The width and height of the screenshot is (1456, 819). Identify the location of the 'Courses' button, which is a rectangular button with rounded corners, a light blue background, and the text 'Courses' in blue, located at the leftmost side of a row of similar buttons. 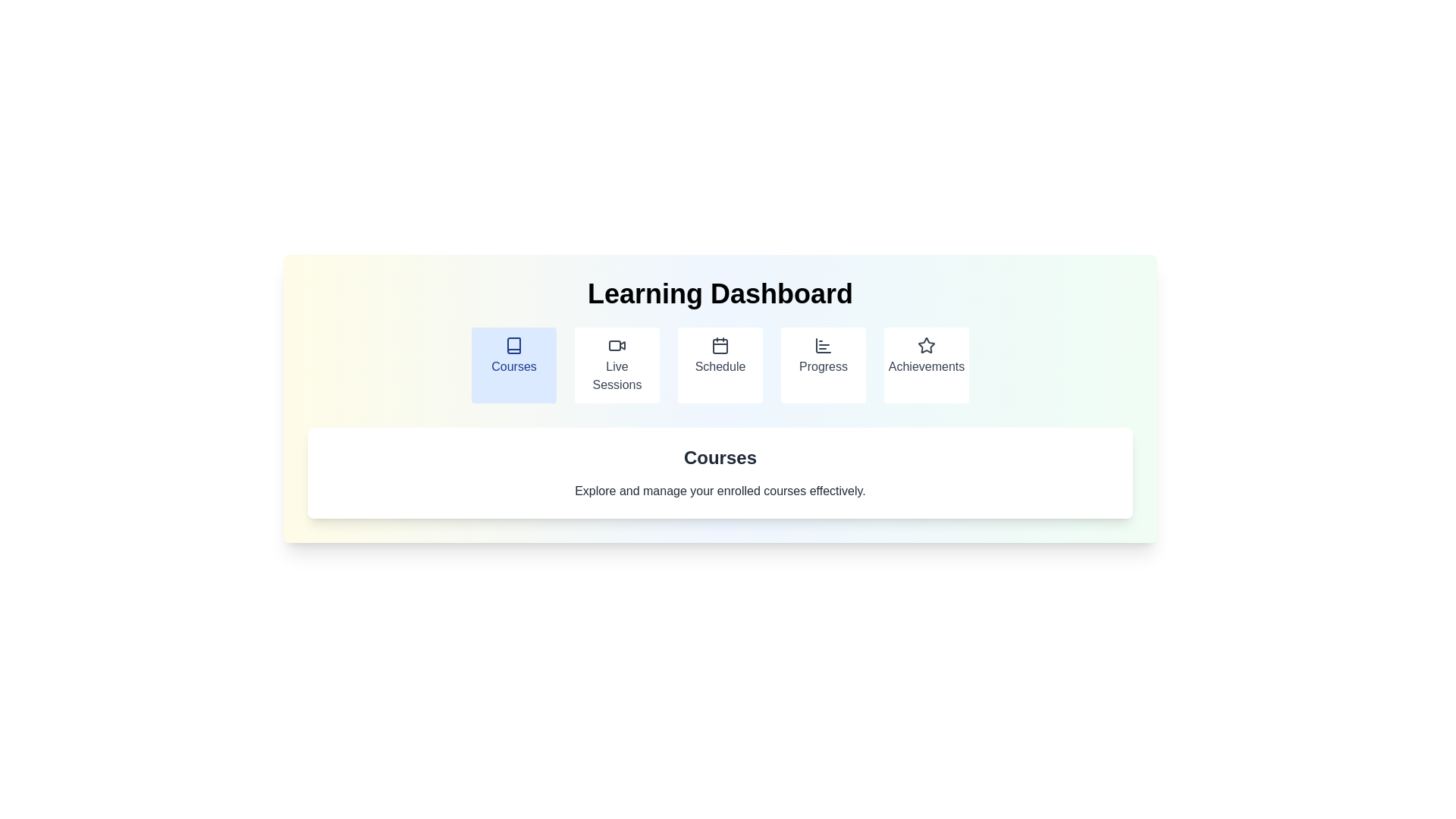
(513, 366).